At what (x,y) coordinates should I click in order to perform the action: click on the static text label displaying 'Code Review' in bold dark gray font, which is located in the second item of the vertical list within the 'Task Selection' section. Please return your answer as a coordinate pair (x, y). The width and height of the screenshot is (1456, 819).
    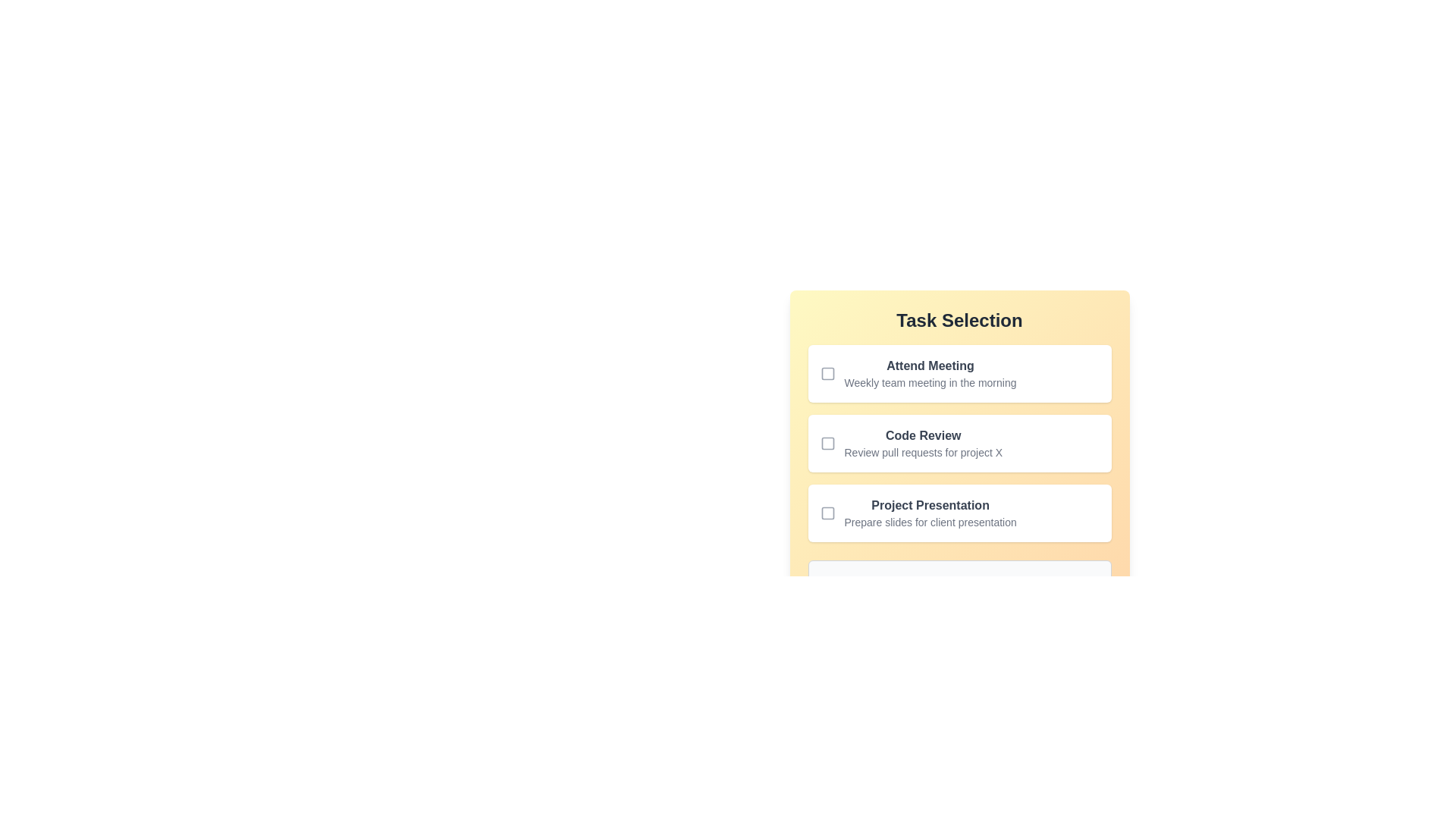
    Looking at the image, I should click on (922, 435).